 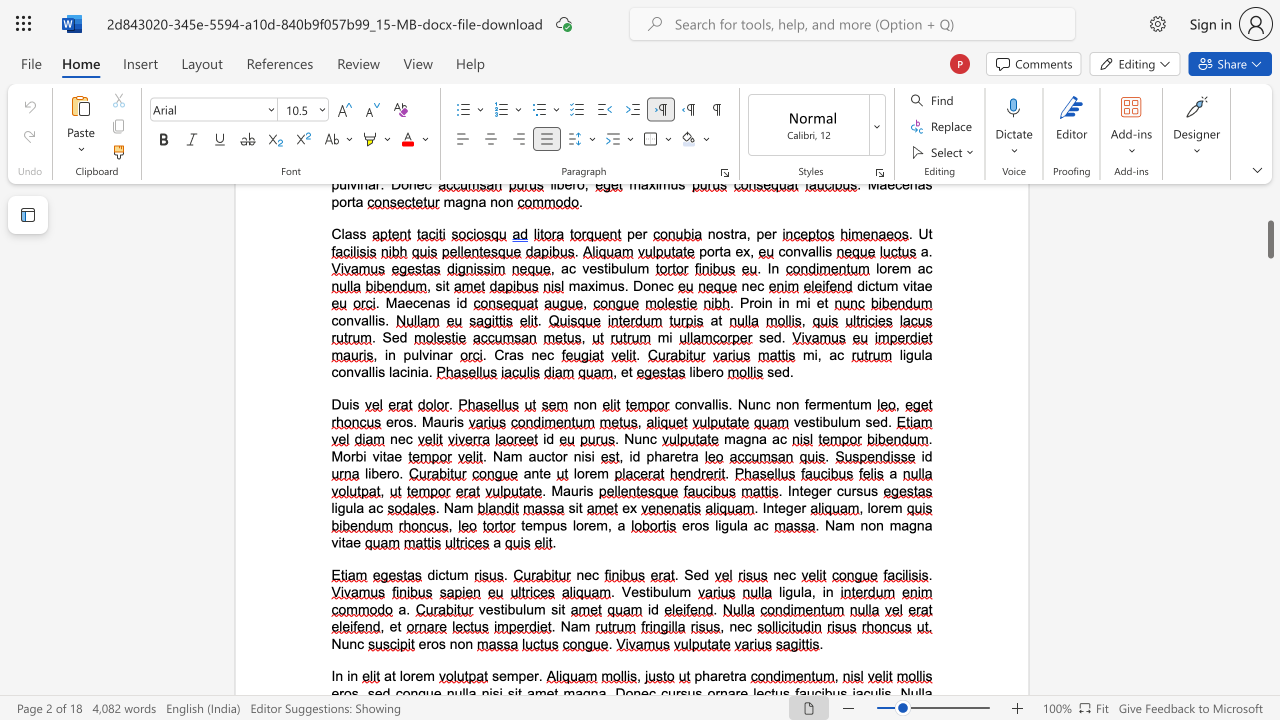 I want to click on the 1th character "i" in the text, so click(x=651, y=591).